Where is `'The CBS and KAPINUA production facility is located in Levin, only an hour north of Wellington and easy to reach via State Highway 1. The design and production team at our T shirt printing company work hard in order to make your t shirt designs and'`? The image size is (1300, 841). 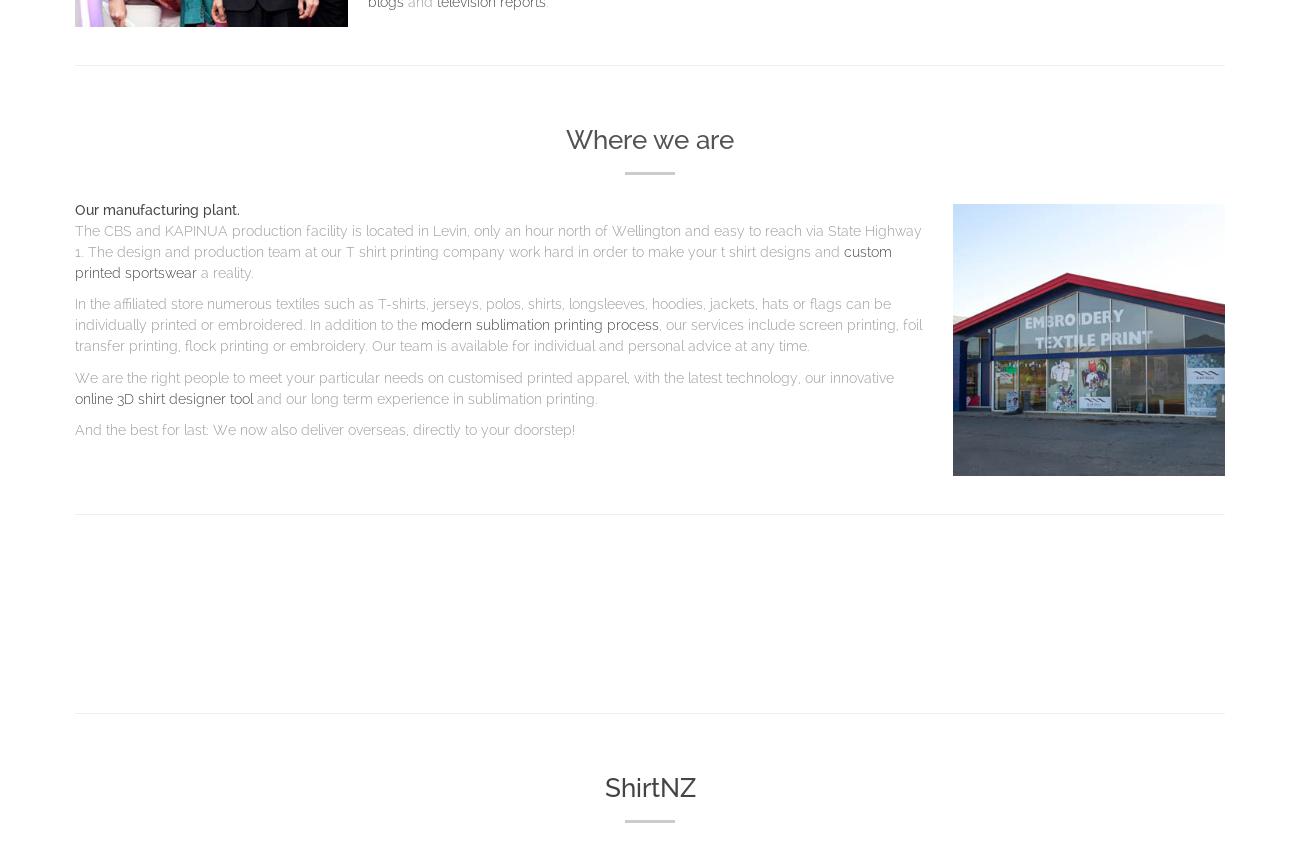 'The CBS and KAPINUA production facility is located in Levin, only an hour north of Wellington and easy to reach via State Highway 1. The design and production team at our T shirt printing company work hard in order to make your t shirt designs and' is located at coordinates (75, 239).